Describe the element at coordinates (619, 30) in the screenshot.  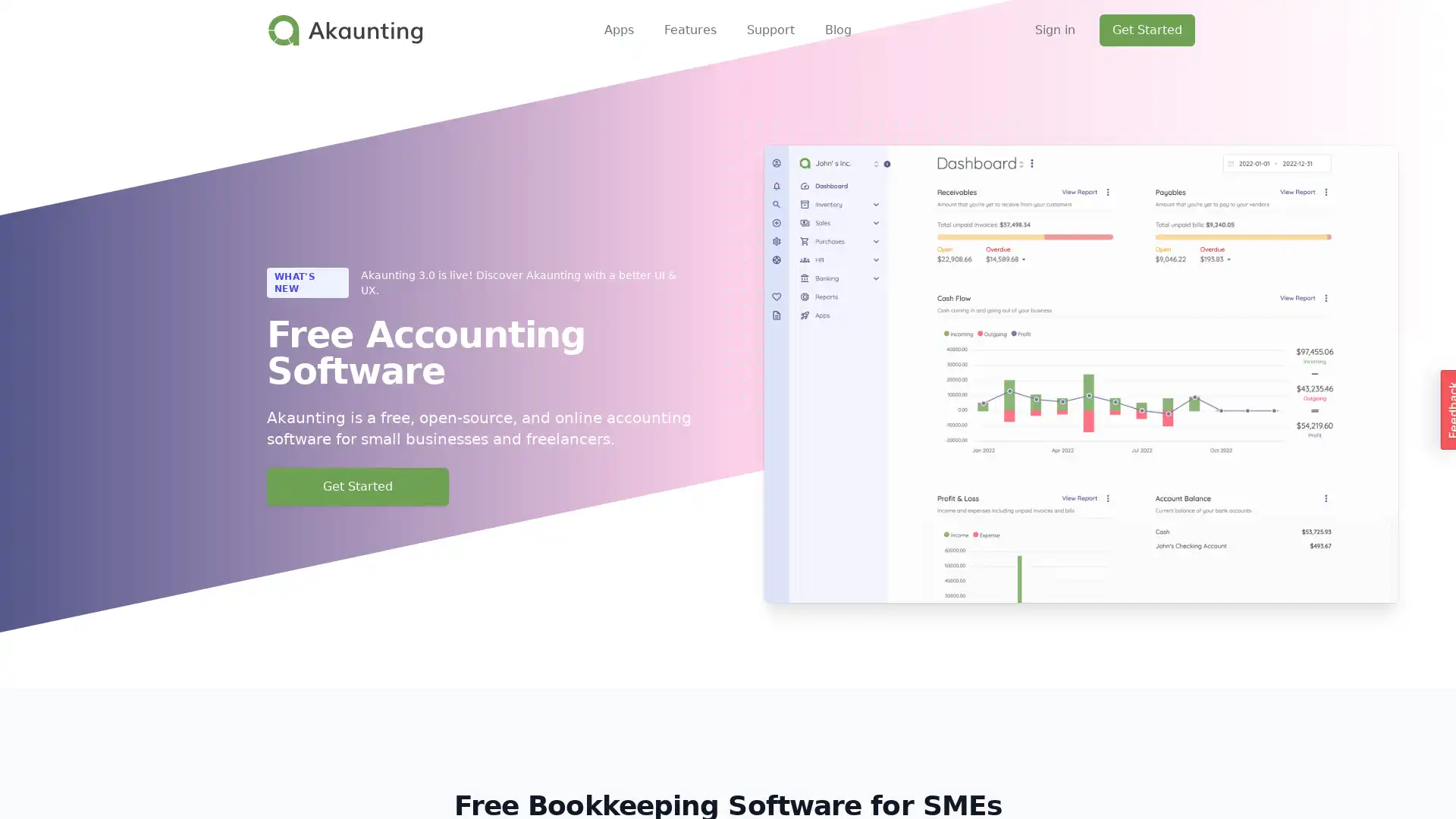
I see `Apps` at that location.